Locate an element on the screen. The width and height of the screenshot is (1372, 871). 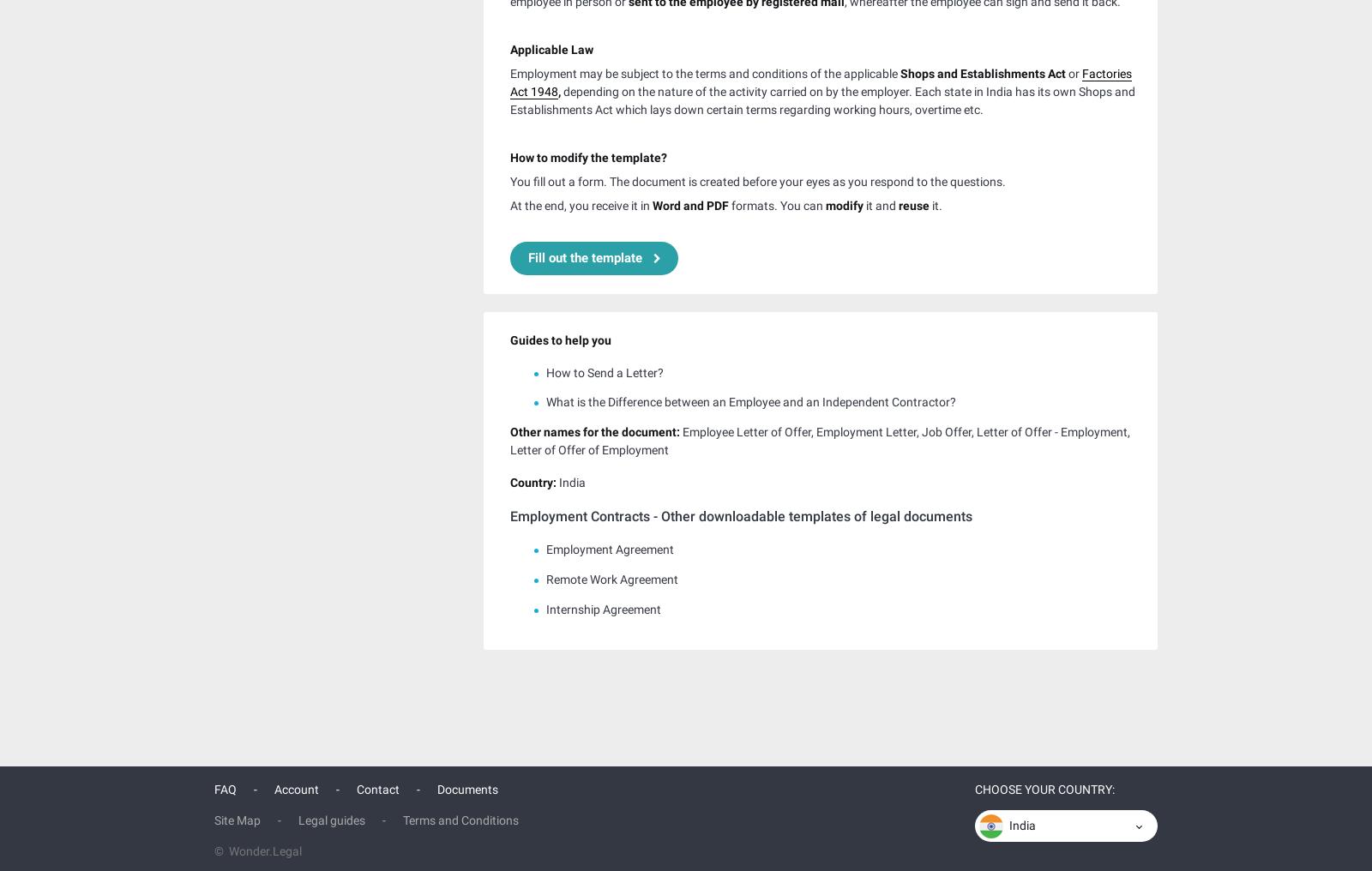
'You fill out a form. The document is created before your eyes as you respond to the questions.' is located at coordinates (757, 181).